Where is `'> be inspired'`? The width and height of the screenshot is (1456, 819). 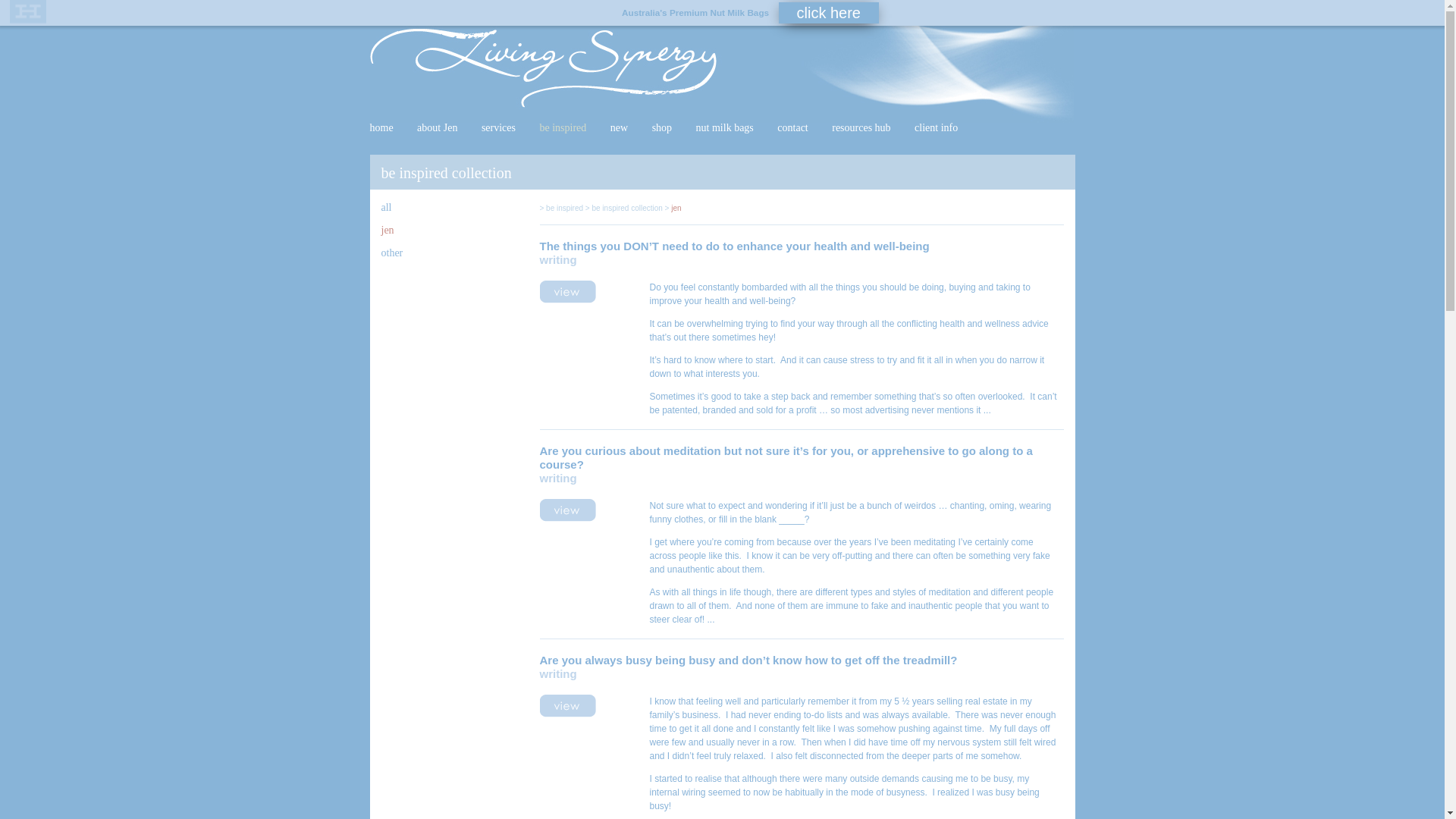
'> be inspired' is located at coordinates (560, 208).